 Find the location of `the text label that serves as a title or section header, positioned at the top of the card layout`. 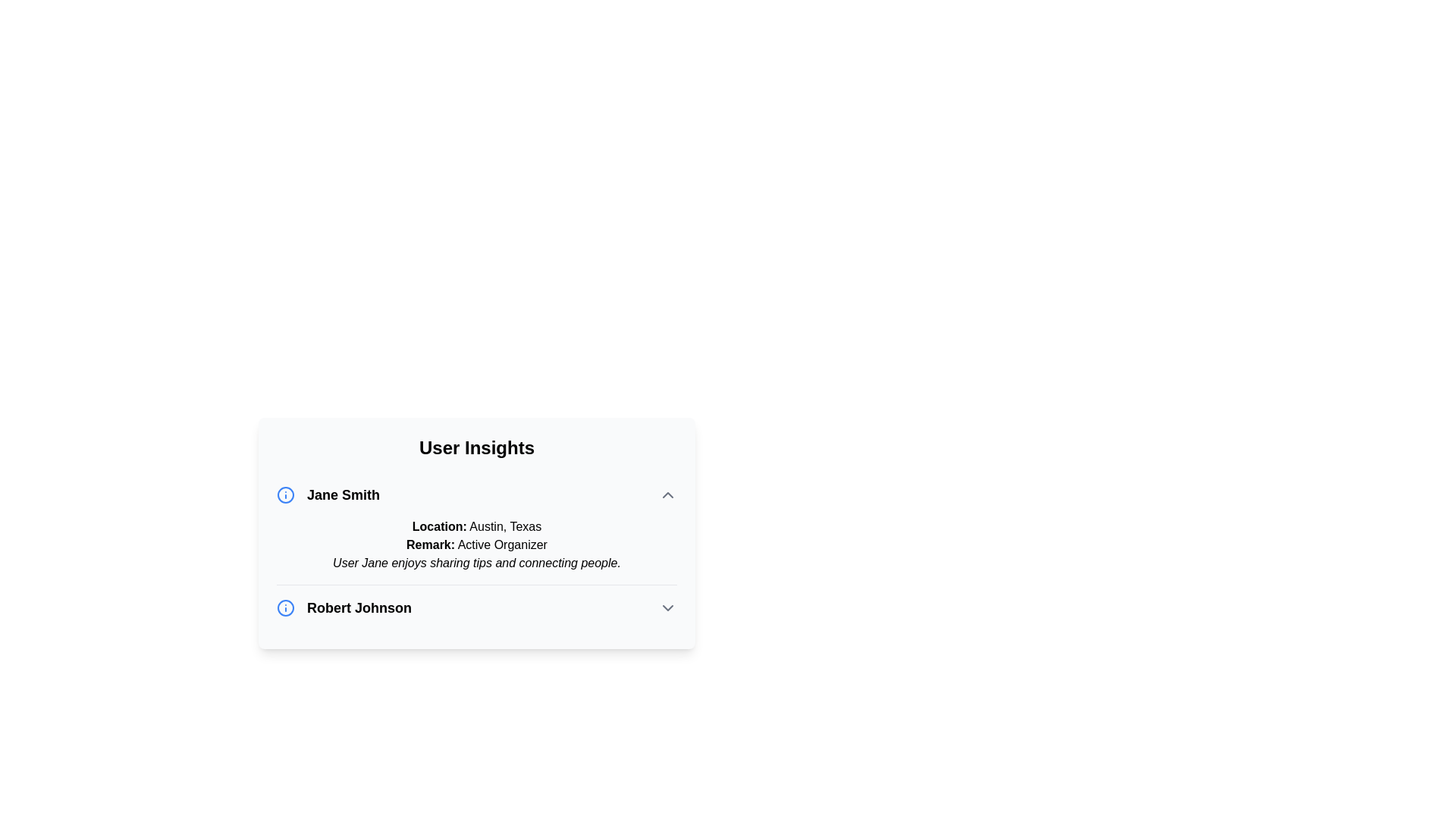

the text label that serves as a title or section header, positioned at the top of the card layout is located at coordinates (475, 447).